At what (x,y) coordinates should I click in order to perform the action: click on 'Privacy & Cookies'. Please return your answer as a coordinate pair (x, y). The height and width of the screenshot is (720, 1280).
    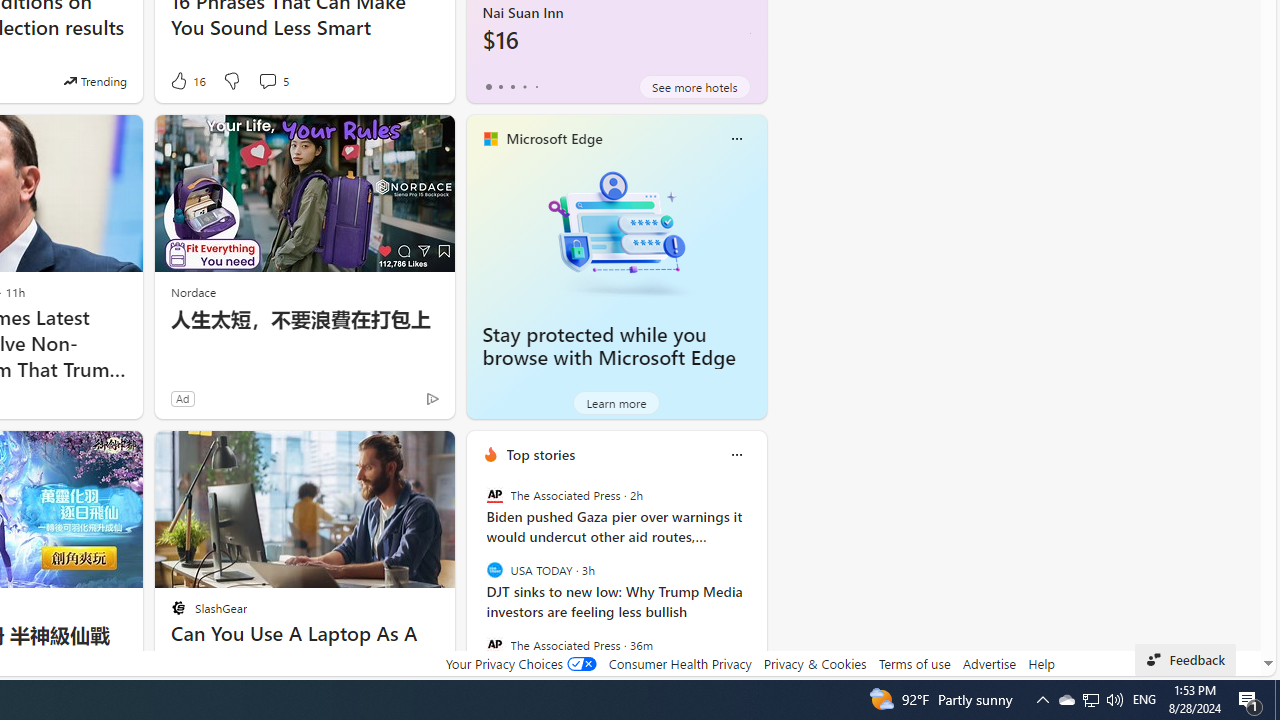
    Looking at the image, I should click on (814, 663).